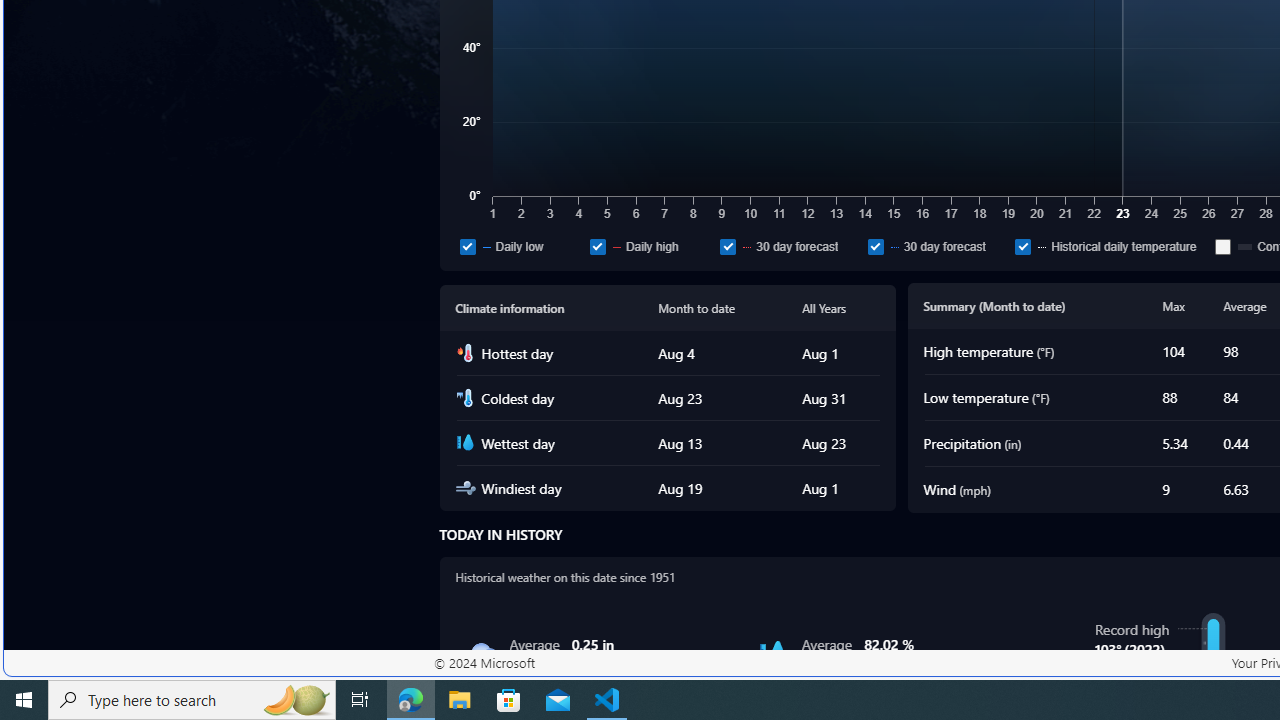 This screenshot has height=720, width=1280. What do you see at coordinates (466, 245) in the screenshot?
I see `'Daily low'` at bounding box center [466, 245].